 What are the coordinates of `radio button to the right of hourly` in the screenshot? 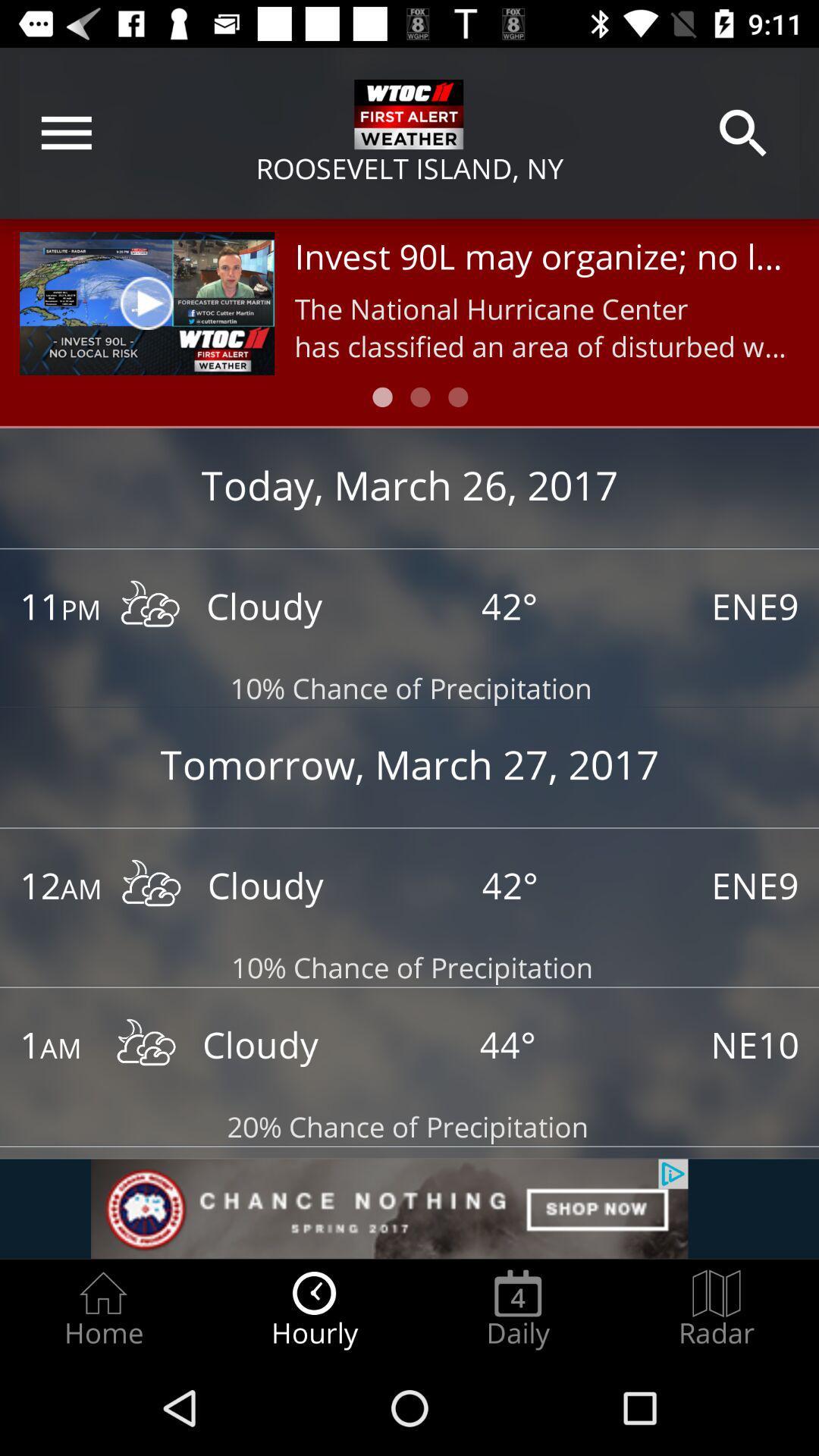 It's located at (517, 1309).